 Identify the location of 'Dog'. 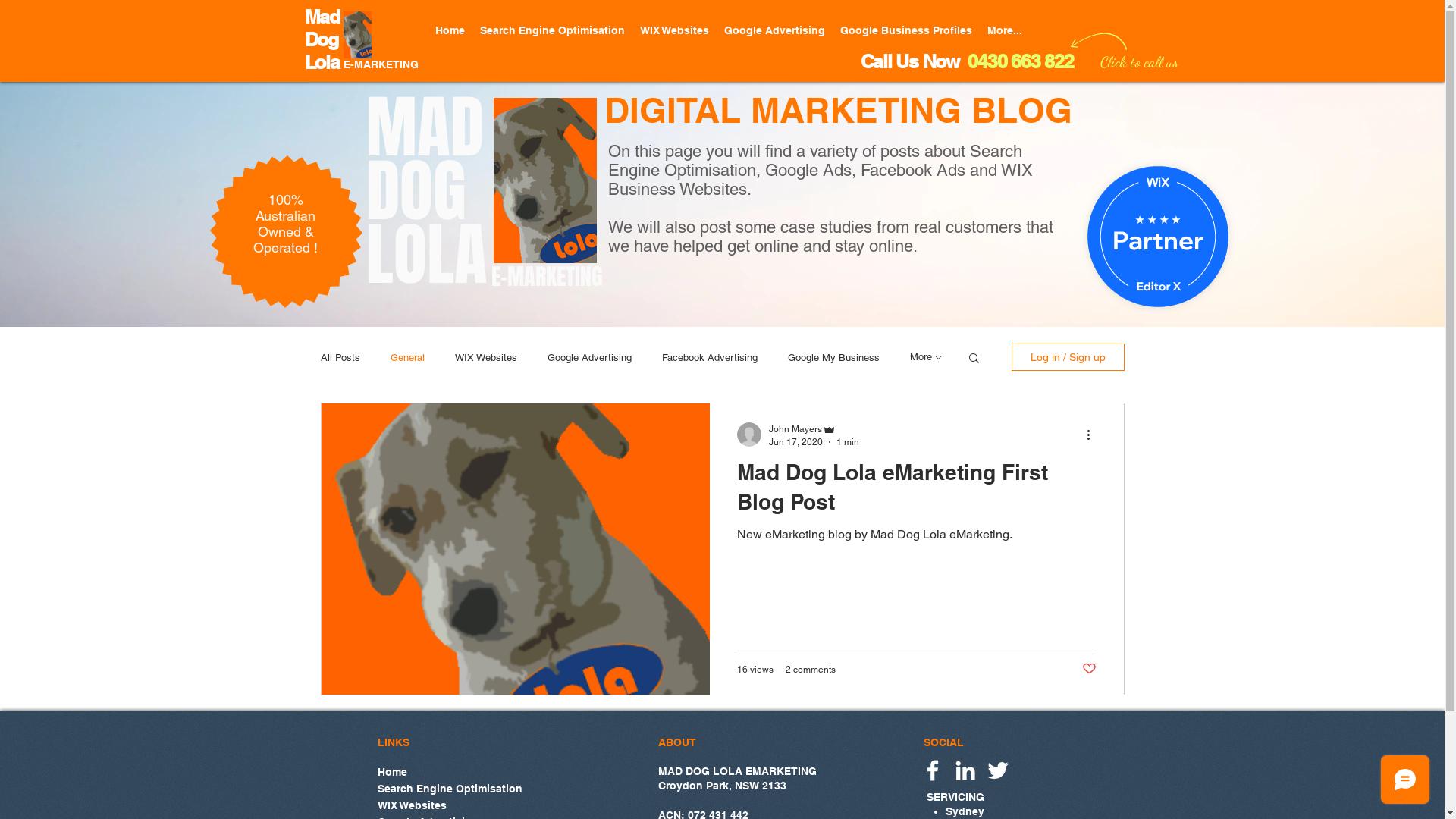
(320, 39).